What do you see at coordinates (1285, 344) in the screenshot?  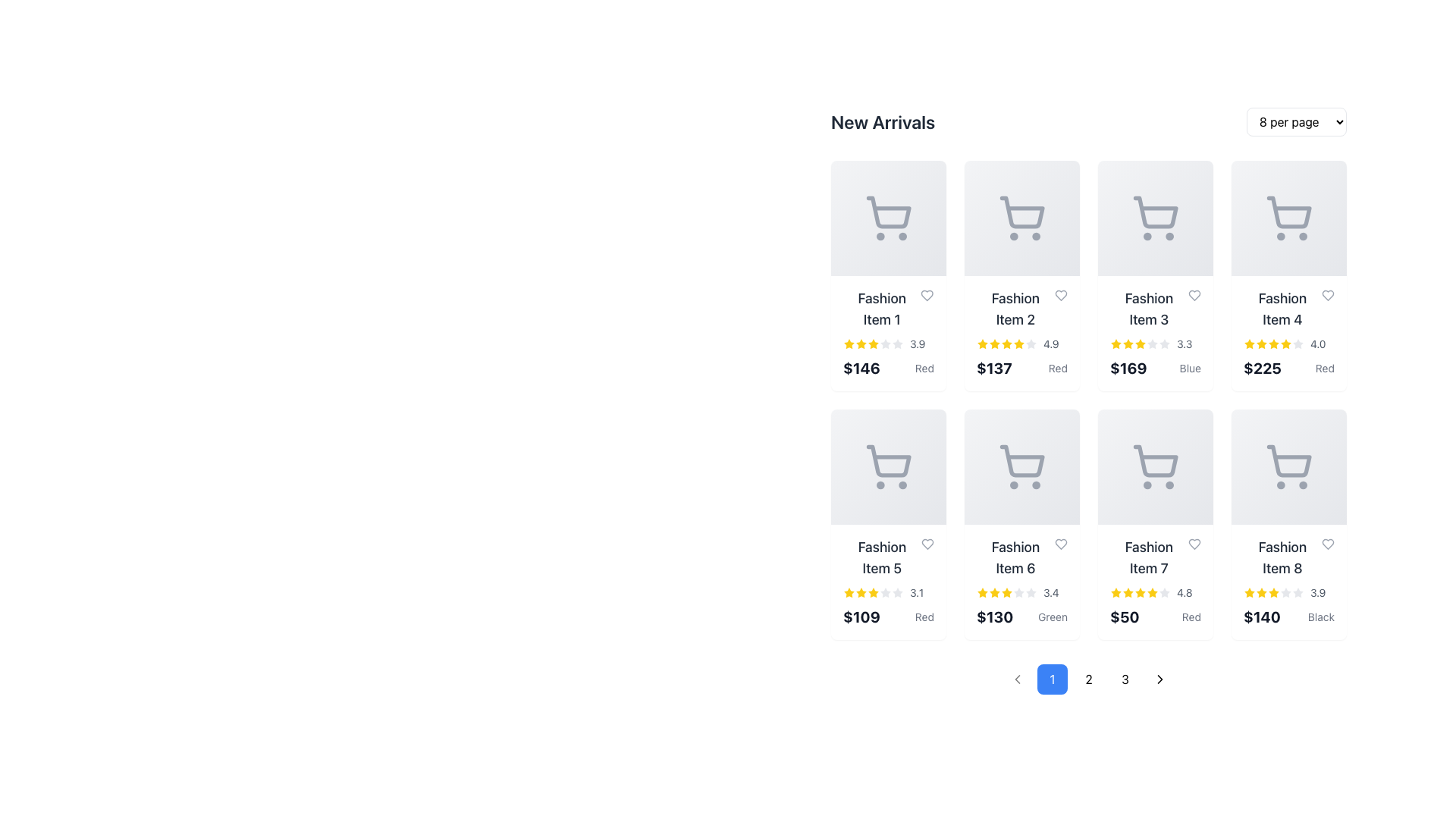 I see `the fourth star icon in the rating section of the 'Fashion Item 4' card in the 'New Arrivals' product listing, which is a filled yellow star used for ratings` at bounding box center [1285, 344].